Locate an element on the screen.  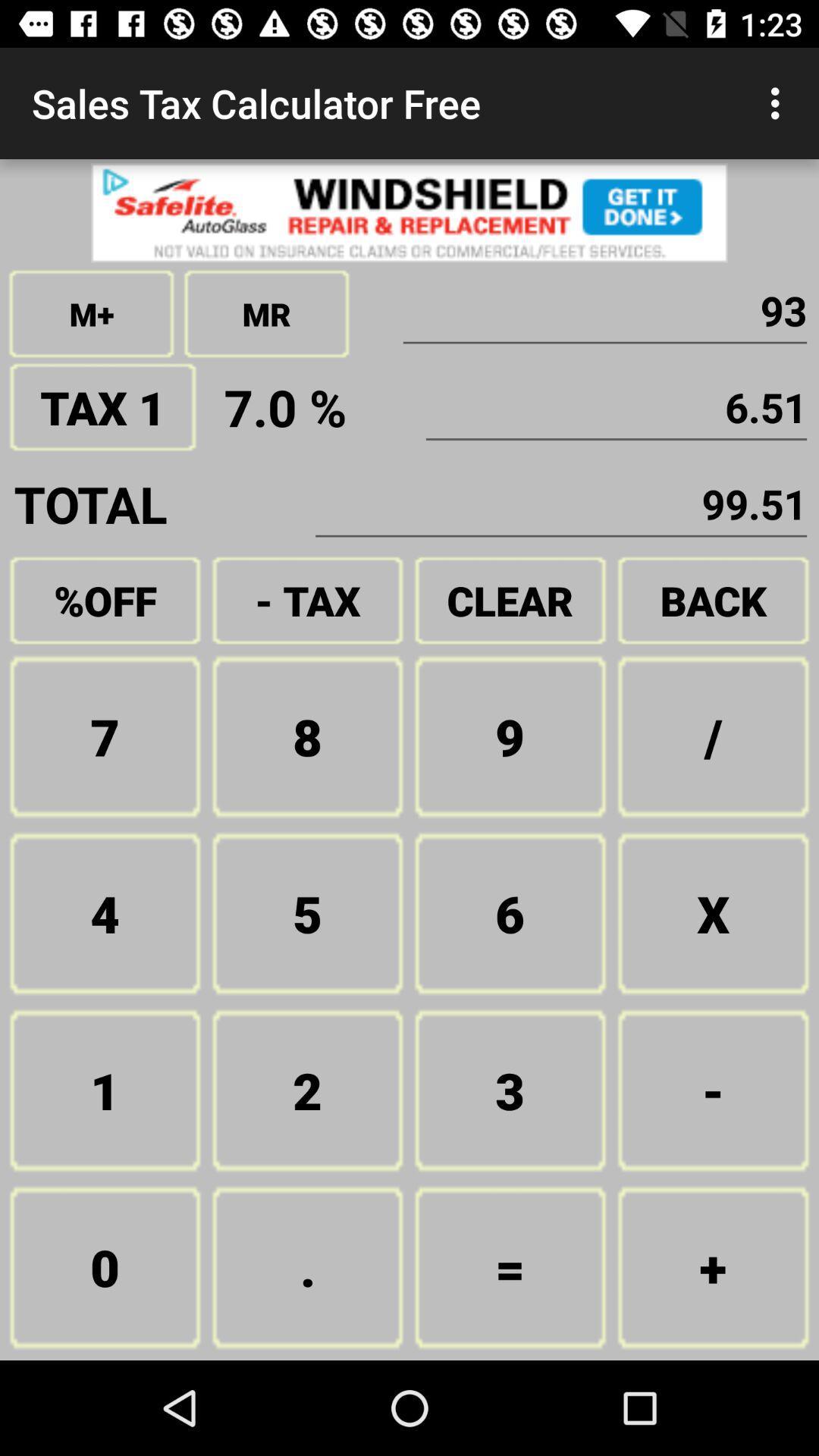
advertisement for windshield repair or replacement is located at coordinates (409, 212).